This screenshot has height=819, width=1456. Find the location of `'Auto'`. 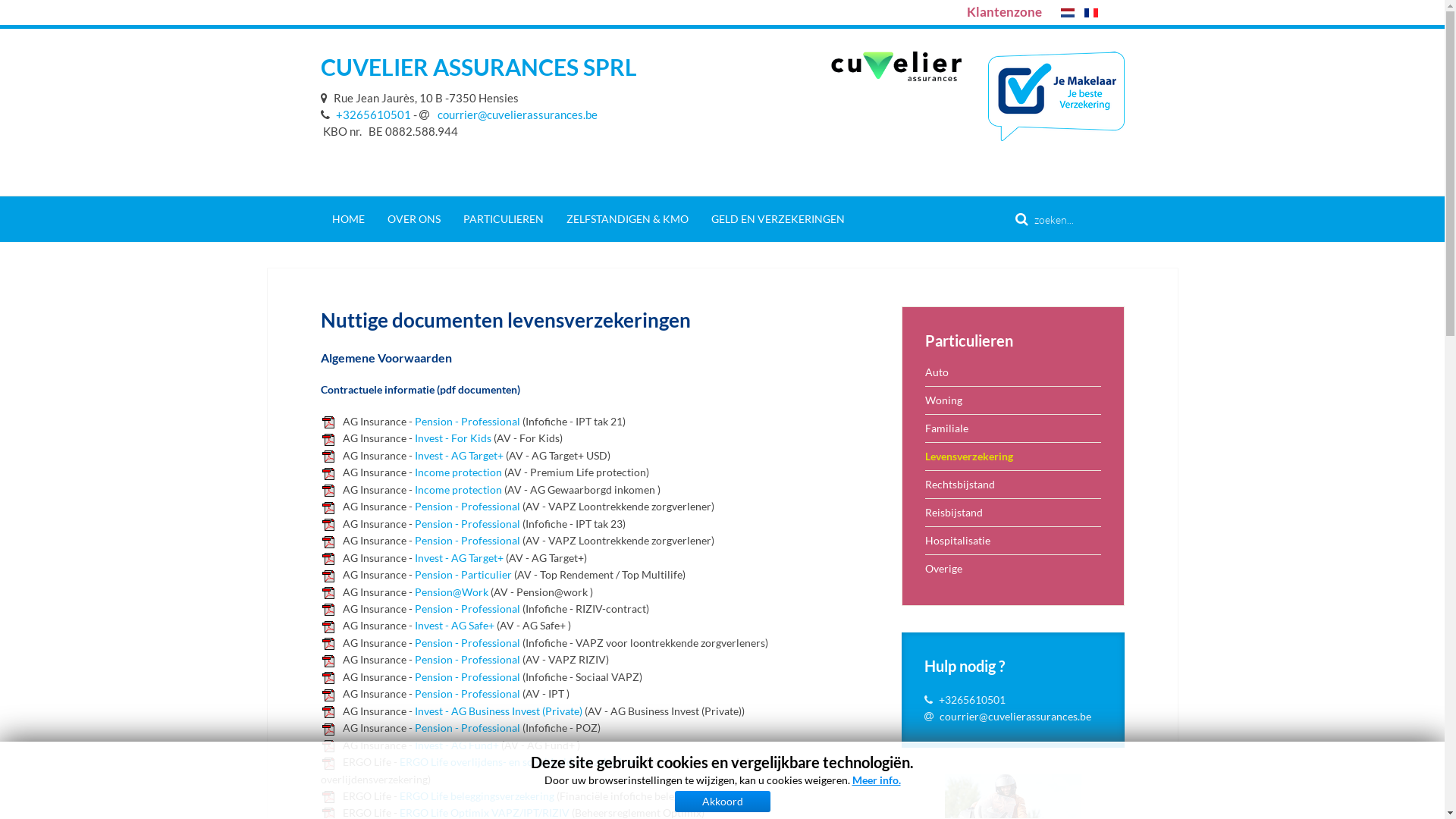

'Auto' is located at coordinates (1012, 372).